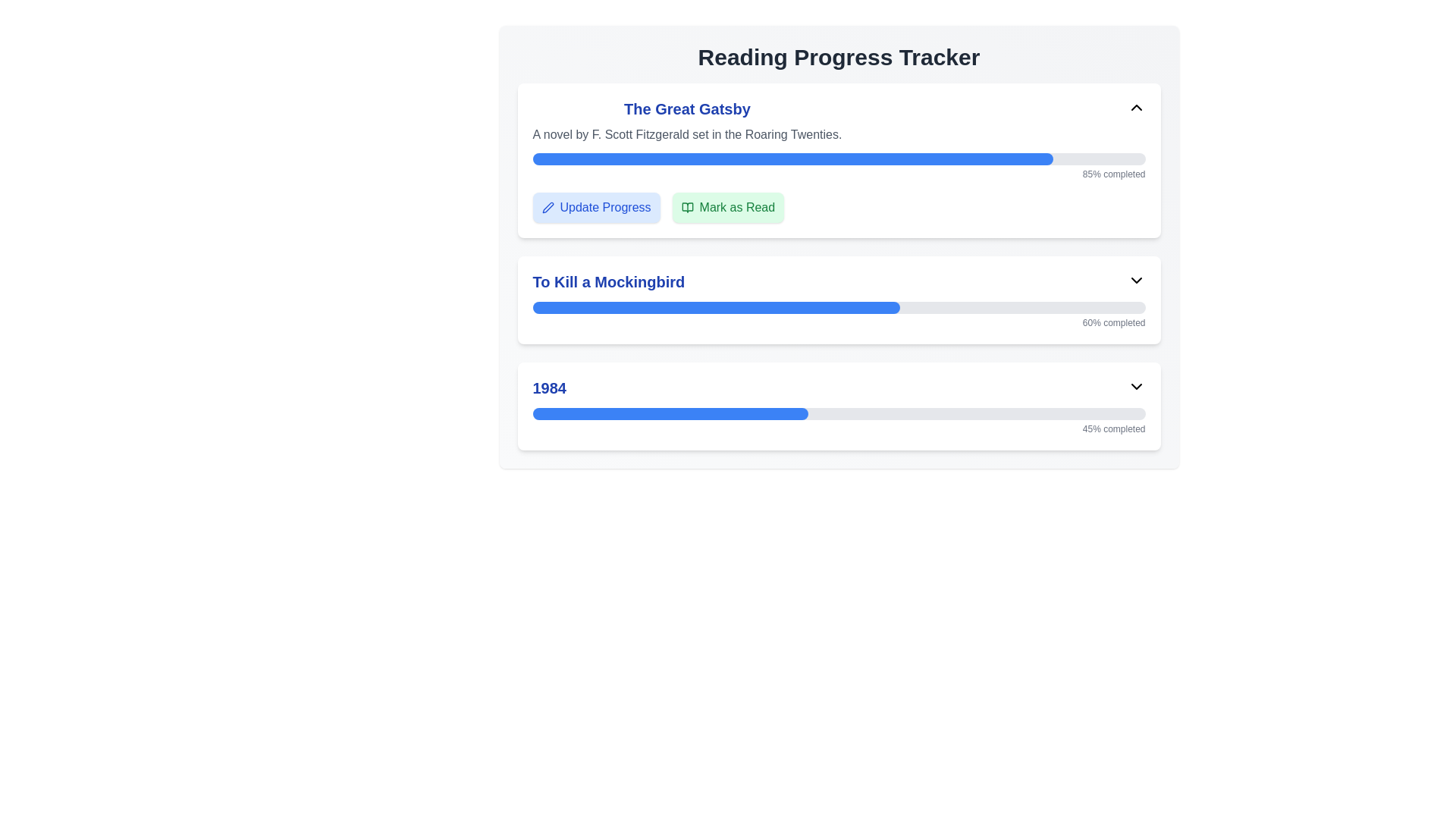 The height and width of the screenshot is (819, 1456). Describe the element at coordinates (547, 207) in the screenshot. I see `the editing or updating function icon located adjacent to the 'Update Progress' button in the card section for 'The Great Gatsby'` at that location.